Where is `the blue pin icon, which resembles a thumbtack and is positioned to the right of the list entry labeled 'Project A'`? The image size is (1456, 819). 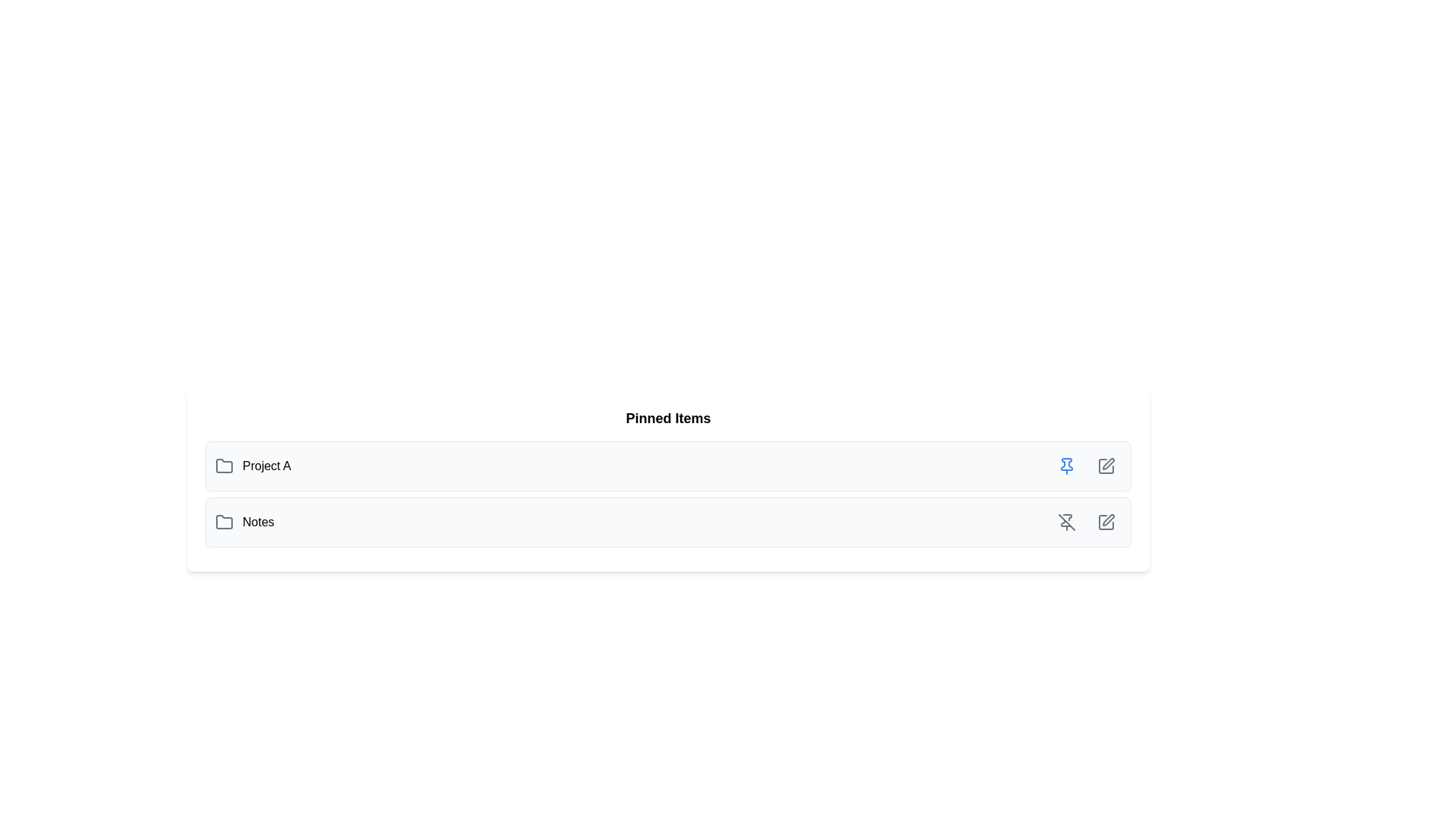 the blue pin icon, which resembles a thumbtack and is positioned to the right of the list entry labeled 'Project A' is located at coordinates (1065, 465).